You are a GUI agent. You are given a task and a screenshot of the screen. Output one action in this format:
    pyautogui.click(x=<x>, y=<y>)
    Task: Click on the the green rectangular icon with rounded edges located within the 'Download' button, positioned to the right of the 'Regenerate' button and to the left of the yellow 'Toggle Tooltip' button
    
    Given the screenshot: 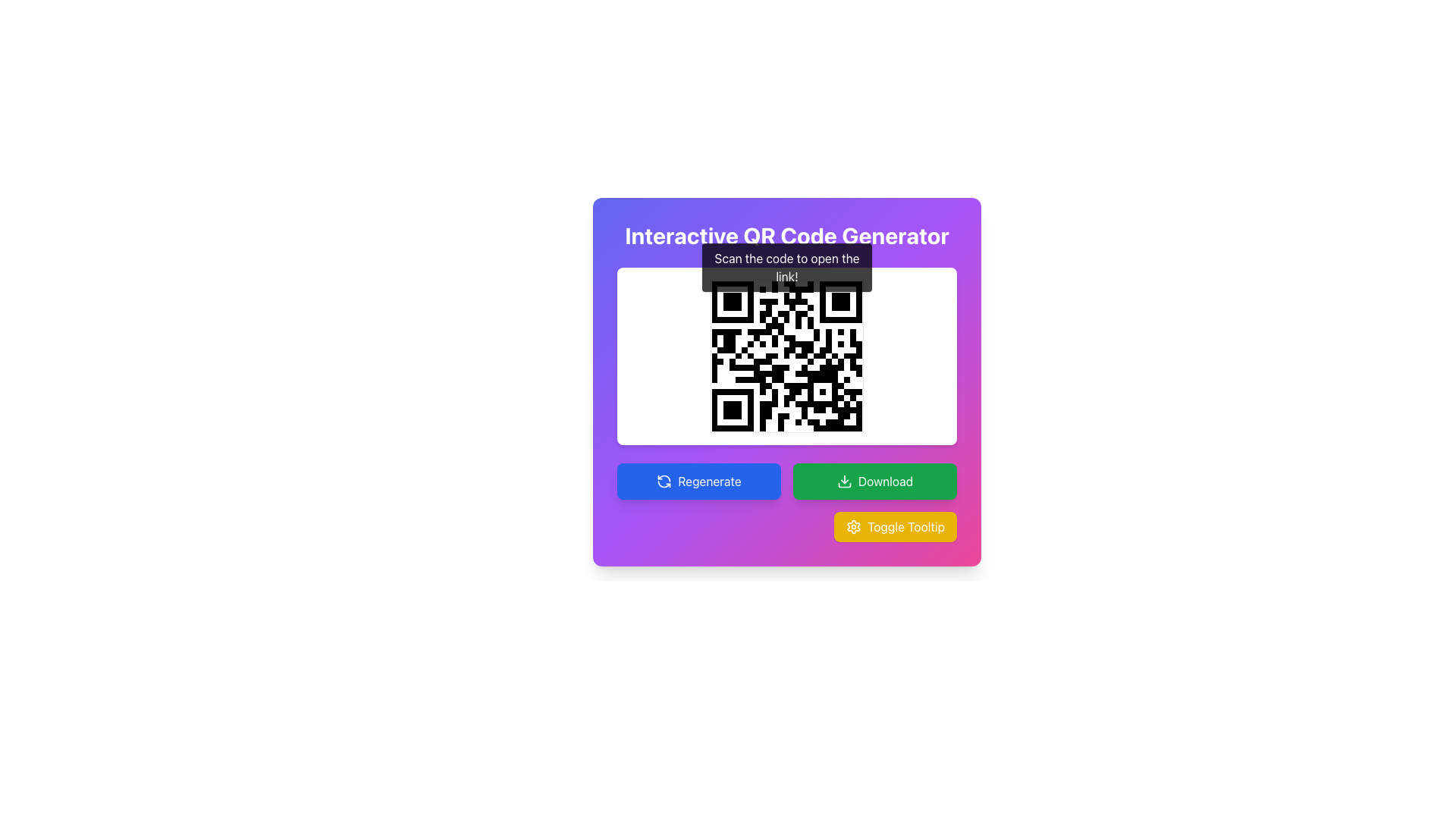 What is the action you would take?
    pyautogui.click(x=843, y=485)
    